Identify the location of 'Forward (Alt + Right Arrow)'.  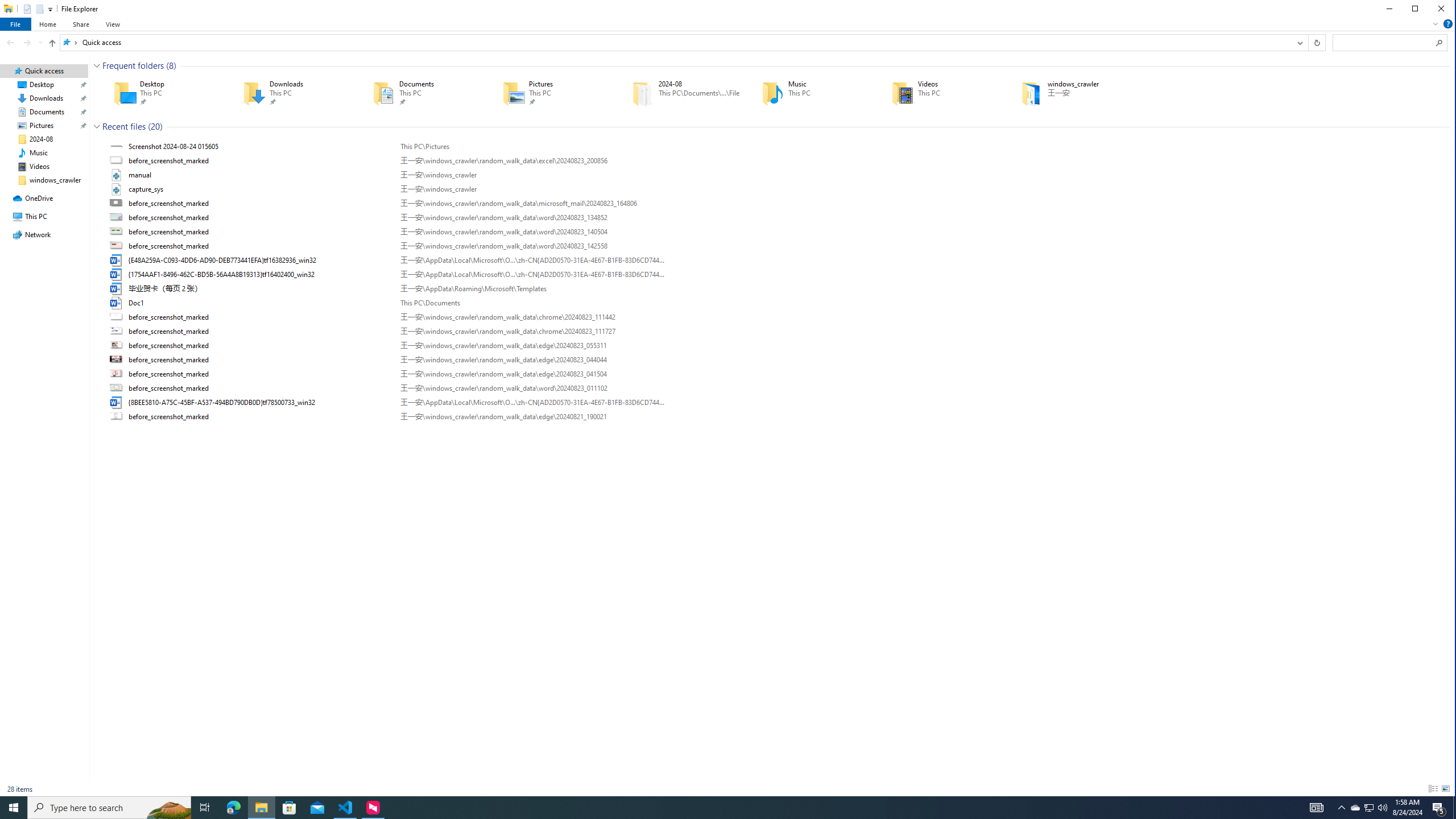
(27, 42).